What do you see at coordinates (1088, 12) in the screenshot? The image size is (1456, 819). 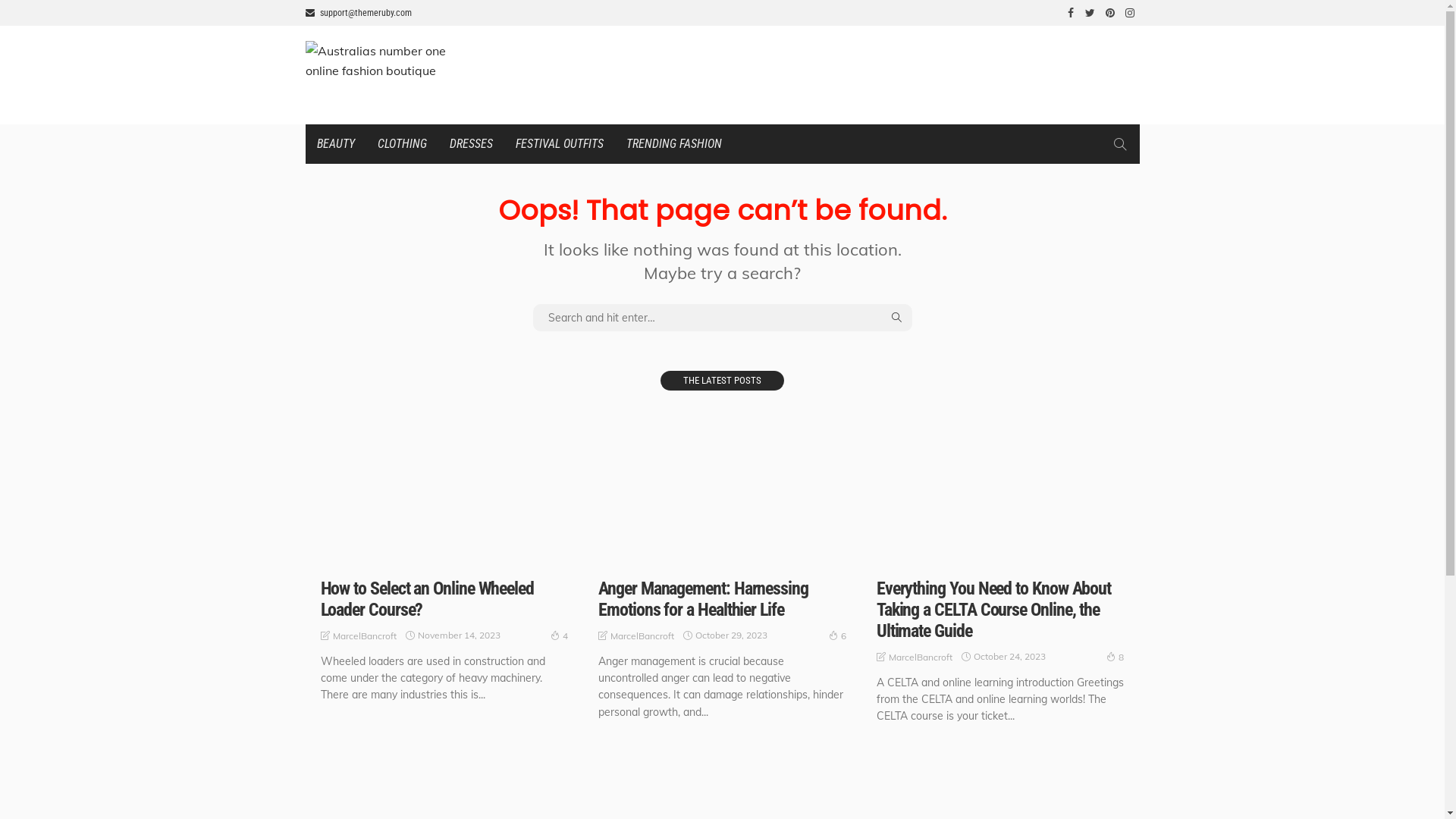 I see `'twitter'` at bounding box center [1088, 12].